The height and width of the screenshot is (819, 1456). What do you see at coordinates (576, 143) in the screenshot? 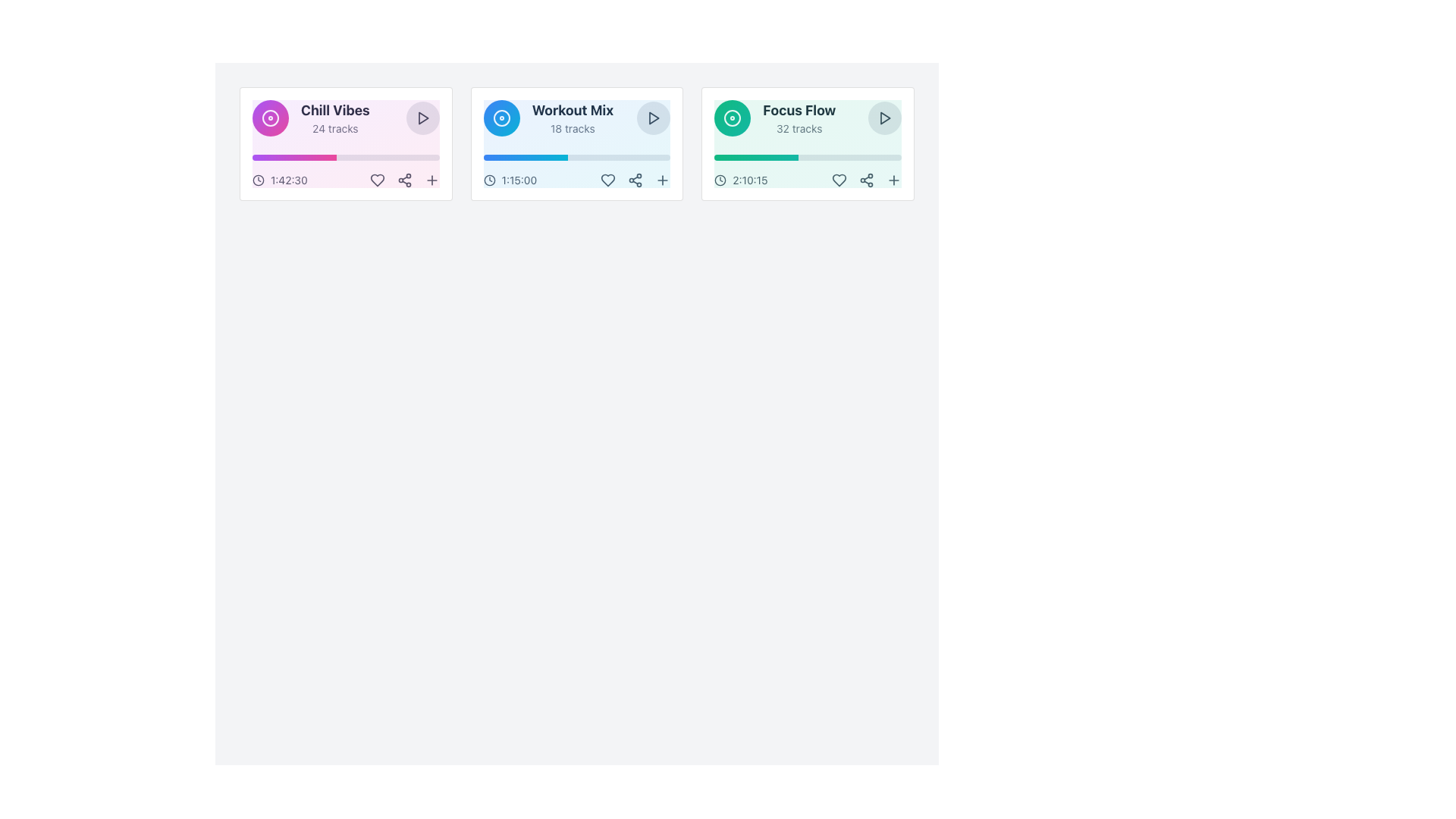
I see `the interactive card component located in the second column of the grid layout` at bounding box center [576, 143].